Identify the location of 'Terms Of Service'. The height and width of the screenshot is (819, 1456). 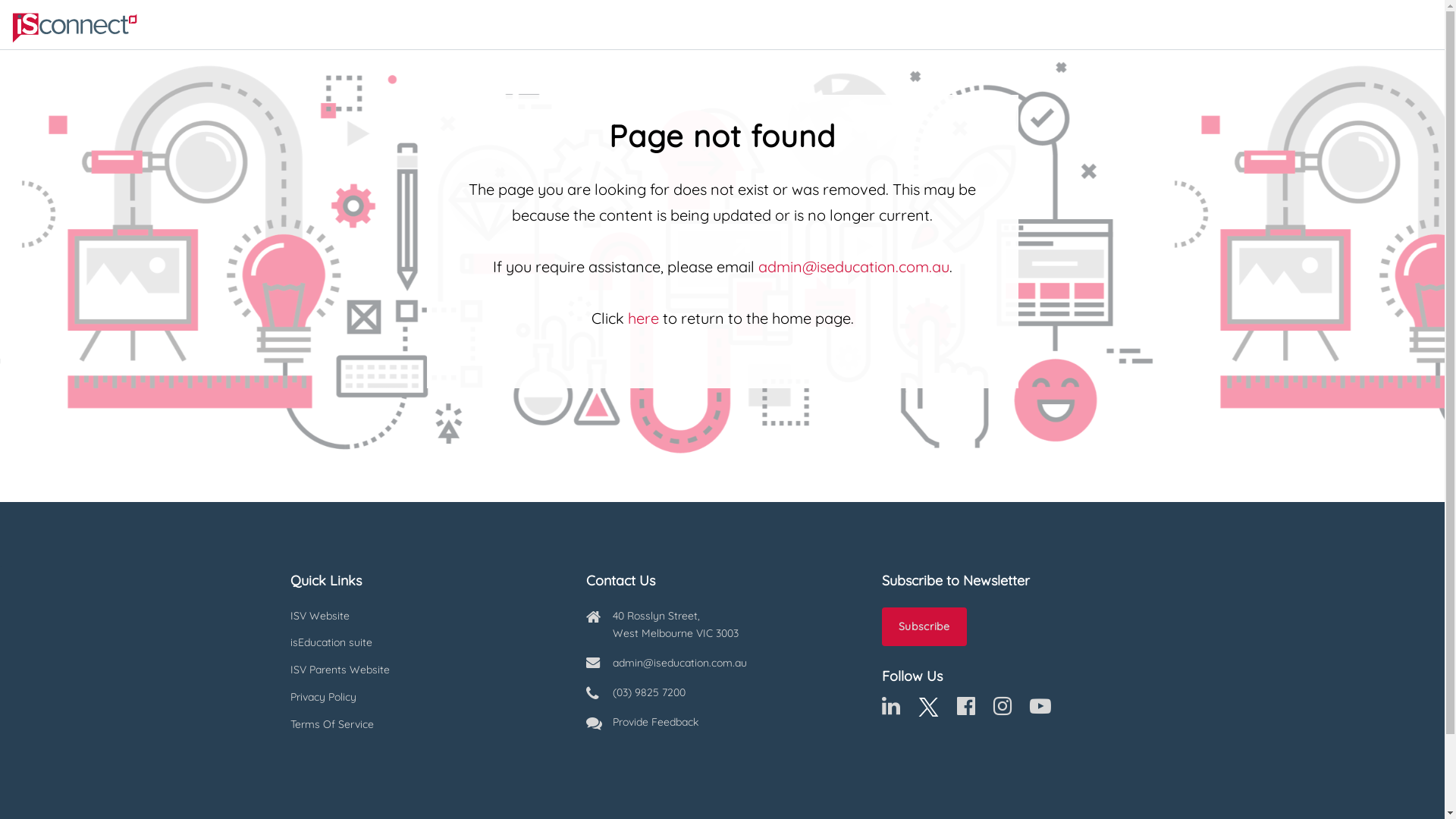
(425, 724).